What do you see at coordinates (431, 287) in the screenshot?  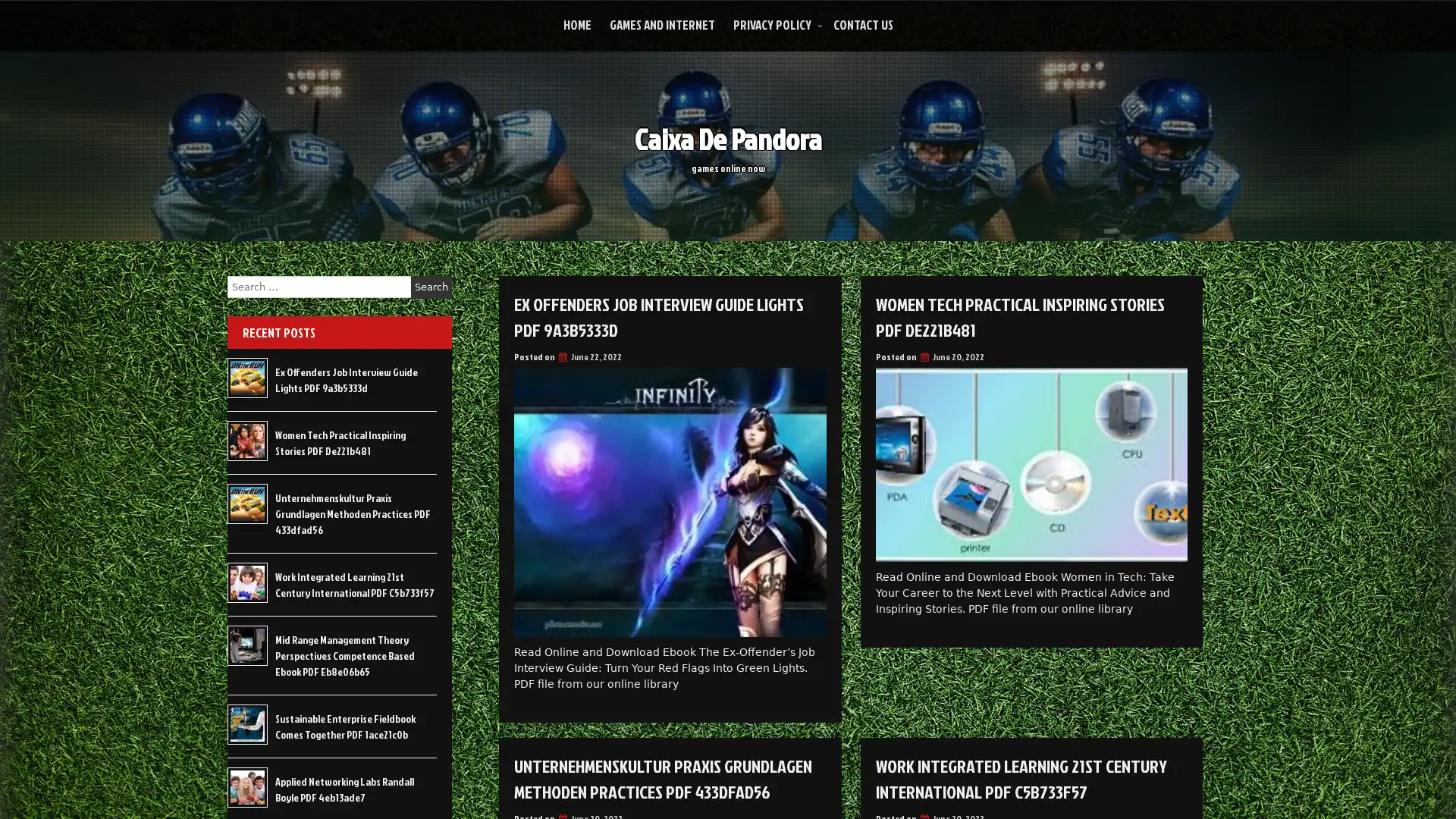 I see `Search` at bounding box center [431, 287].